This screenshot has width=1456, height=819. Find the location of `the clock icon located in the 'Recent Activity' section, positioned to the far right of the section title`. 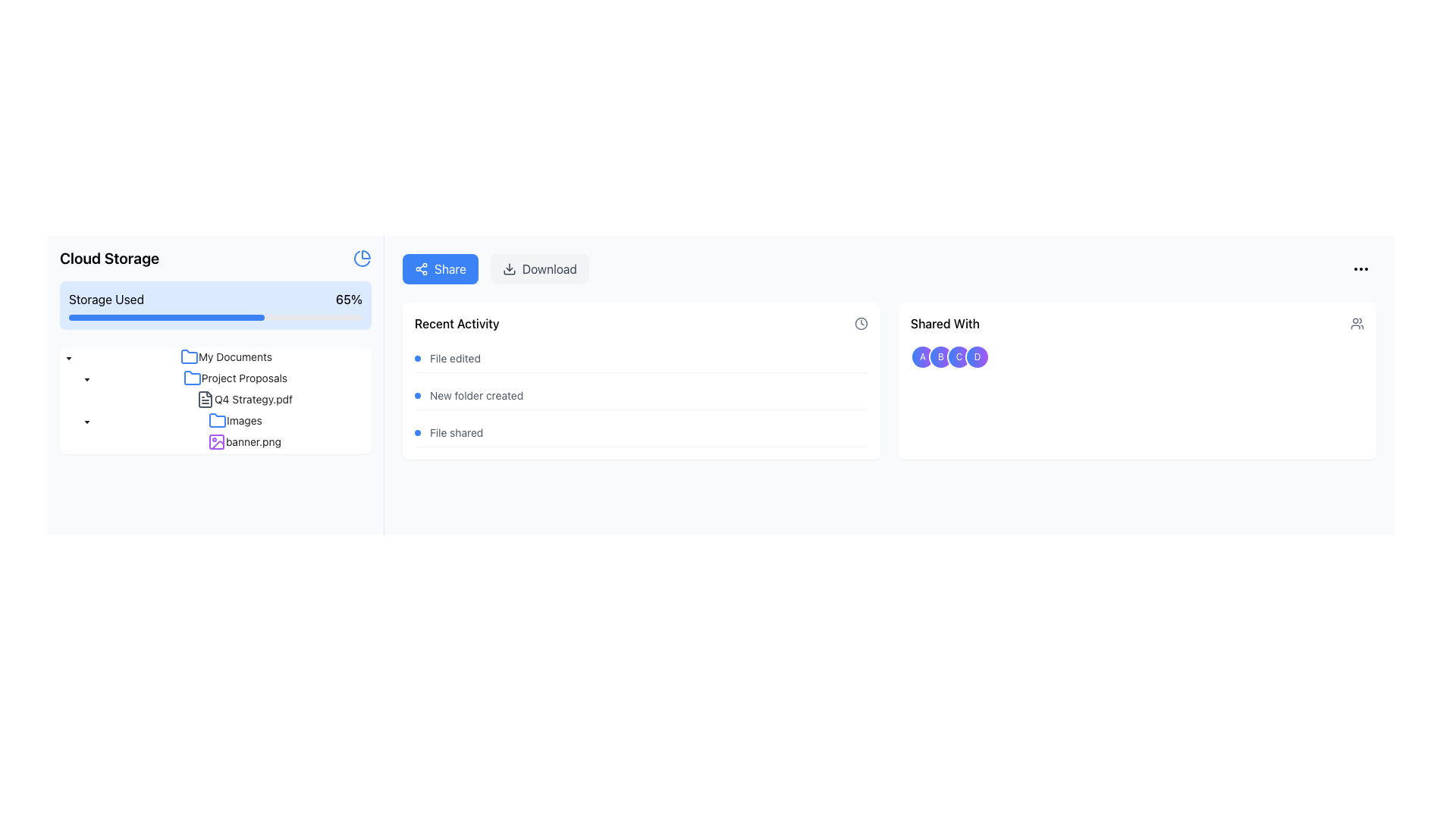

the clock icon located in the 'Recent Activity' section, positioned to the far right of the section title is located at coordinates (861, 323).